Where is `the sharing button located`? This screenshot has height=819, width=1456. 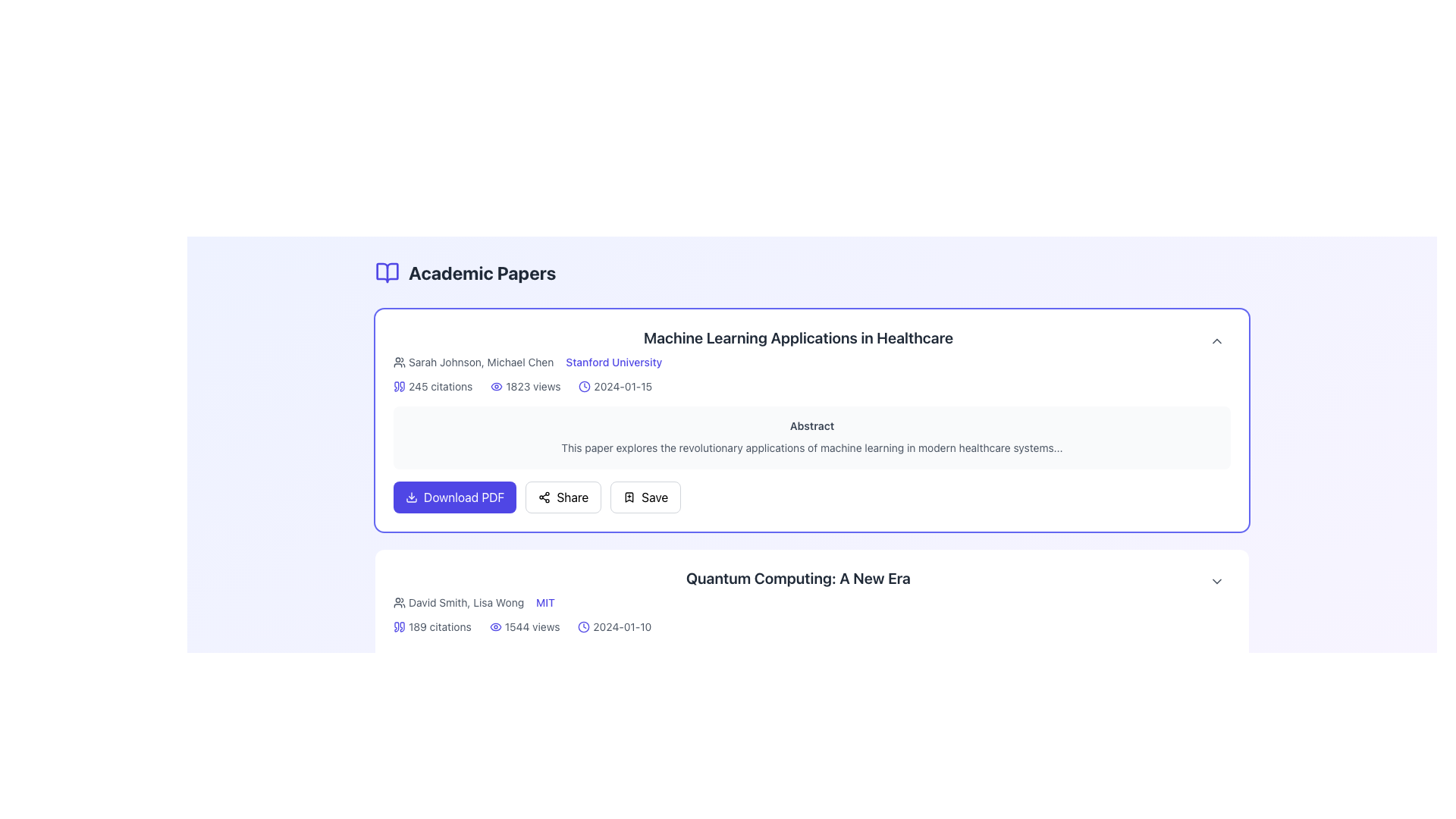
the sharing button located is located at coordinates (563, 497).